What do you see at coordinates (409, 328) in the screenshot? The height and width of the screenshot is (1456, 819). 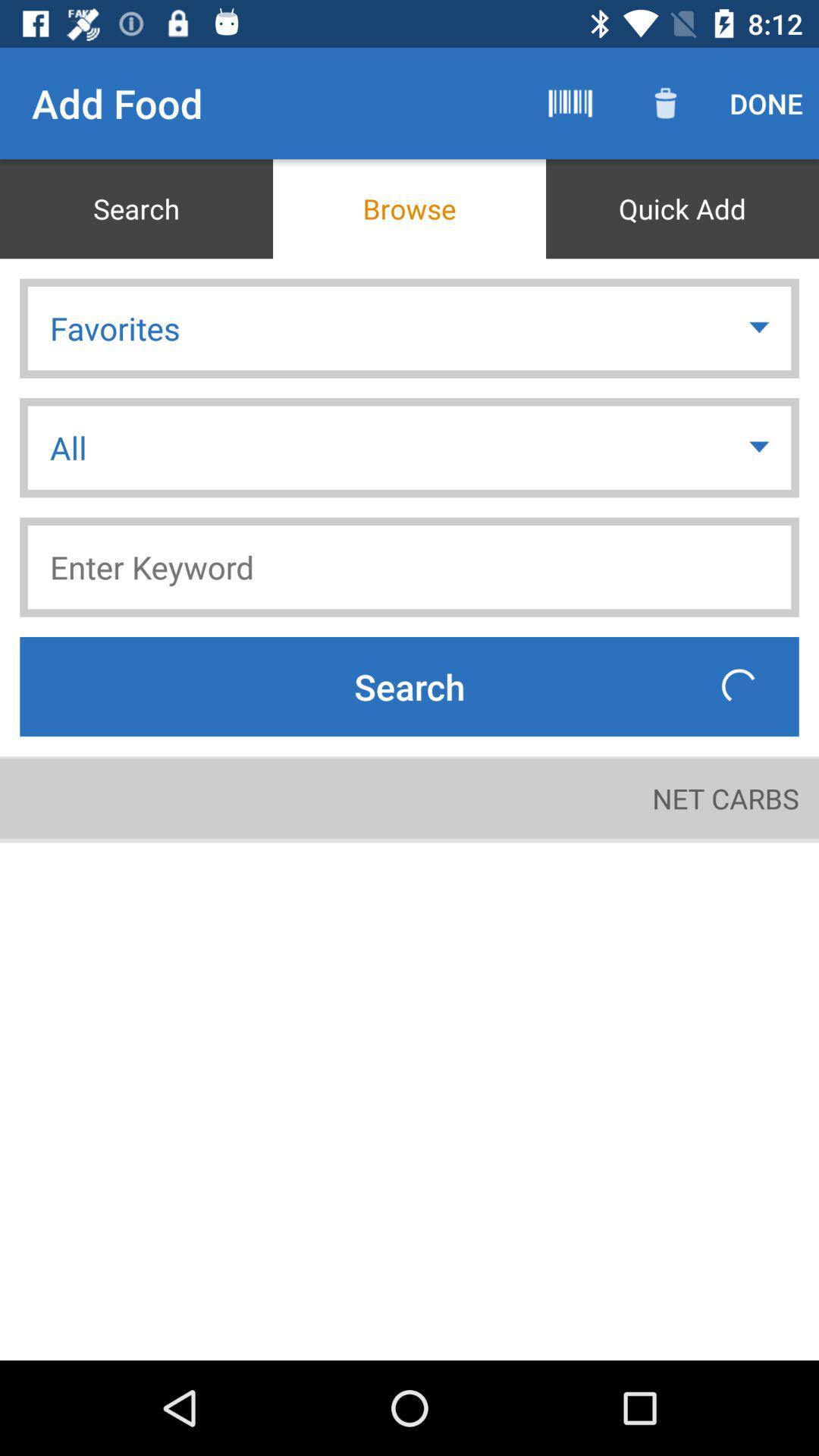 I see `icon above the all item` at bounding box center [409, 328].